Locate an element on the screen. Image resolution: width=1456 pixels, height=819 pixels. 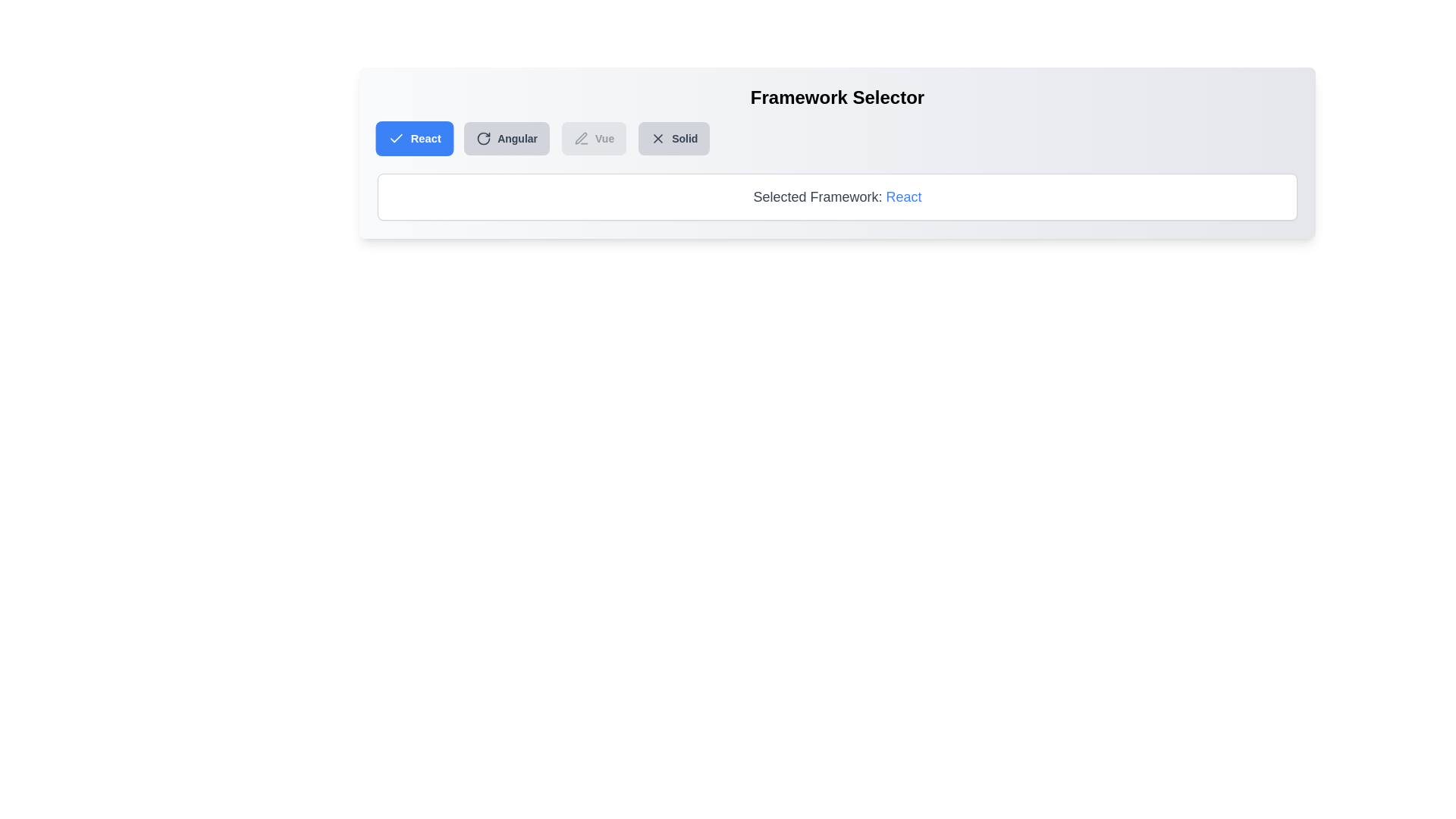
the SVG icon resembling a pen within the 'Vue' button, which is located between the 'Angular' and 'Solid' buttons is located at coordinates (581, 138).